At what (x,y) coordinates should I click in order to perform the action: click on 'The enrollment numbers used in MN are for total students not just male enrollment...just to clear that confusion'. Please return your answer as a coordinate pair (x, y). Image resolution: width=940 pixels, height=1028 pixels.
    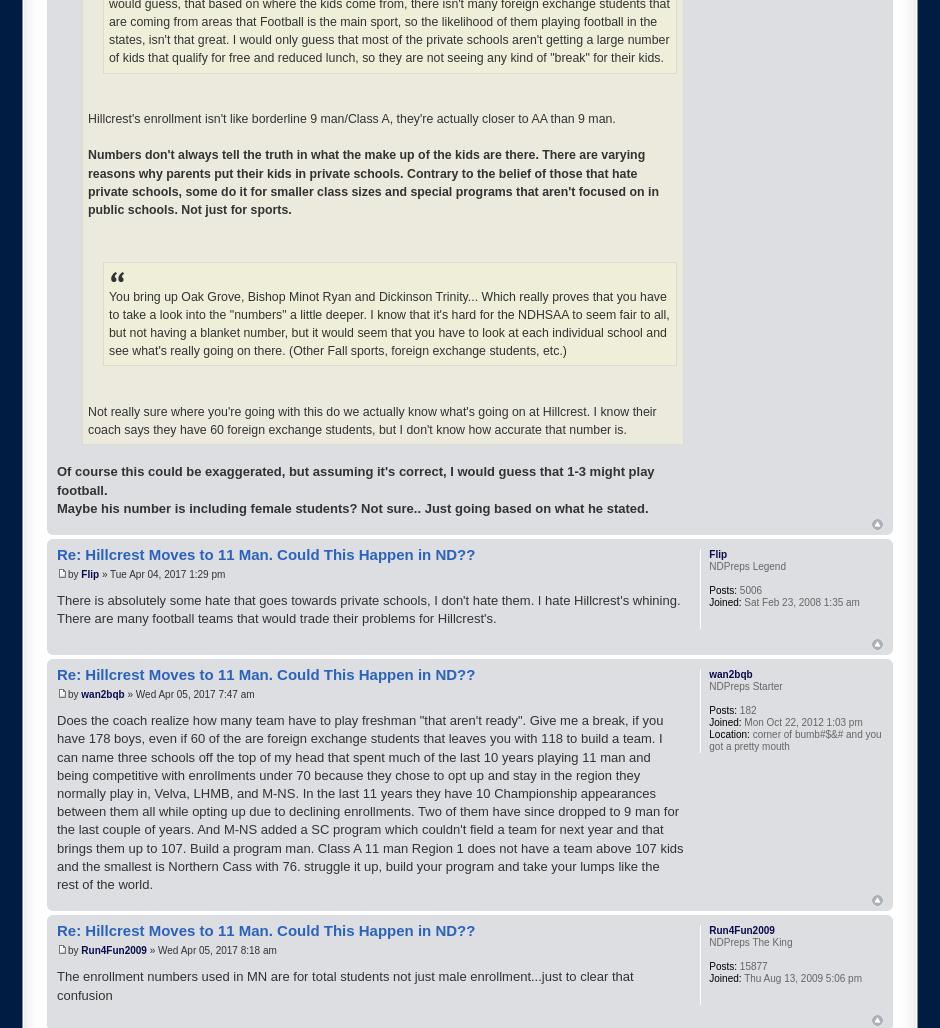
    Looking at the image, I should click on (344, 984).